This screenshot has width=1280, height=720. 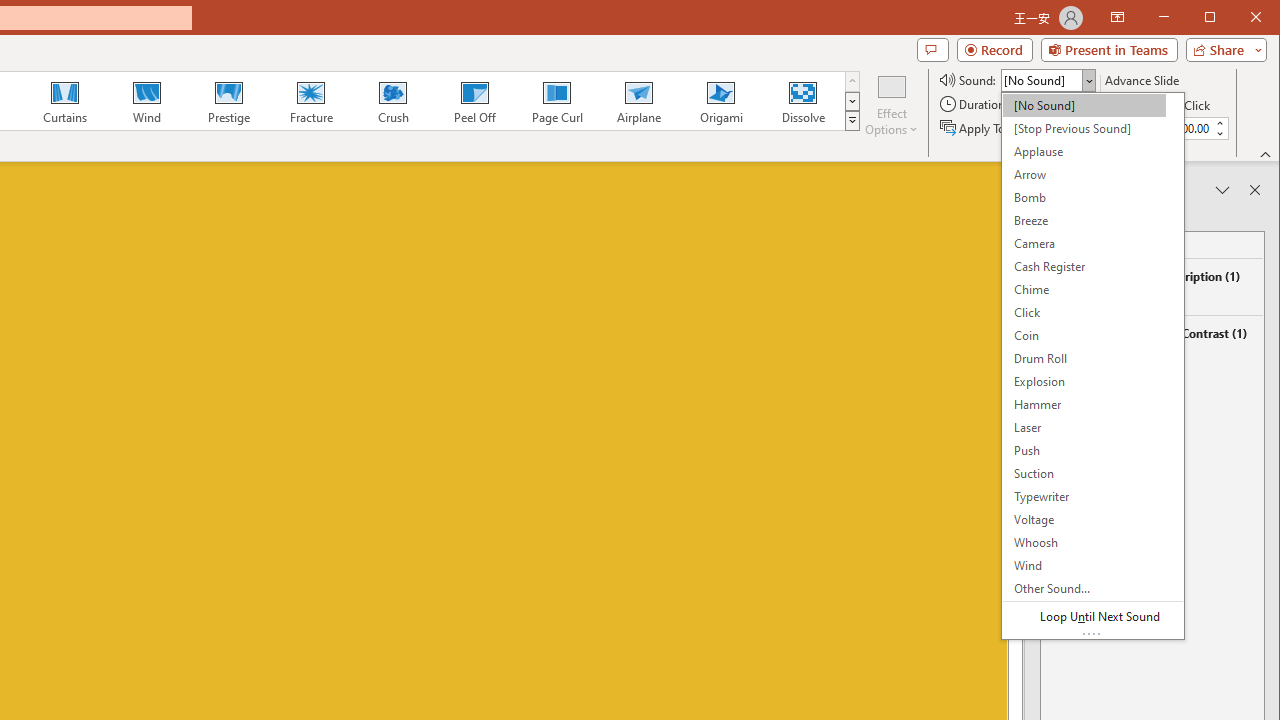 What do you see at coordinates (1218, 123) in the screenshot?
I see `'More'` at bounding box center [1218, 123].